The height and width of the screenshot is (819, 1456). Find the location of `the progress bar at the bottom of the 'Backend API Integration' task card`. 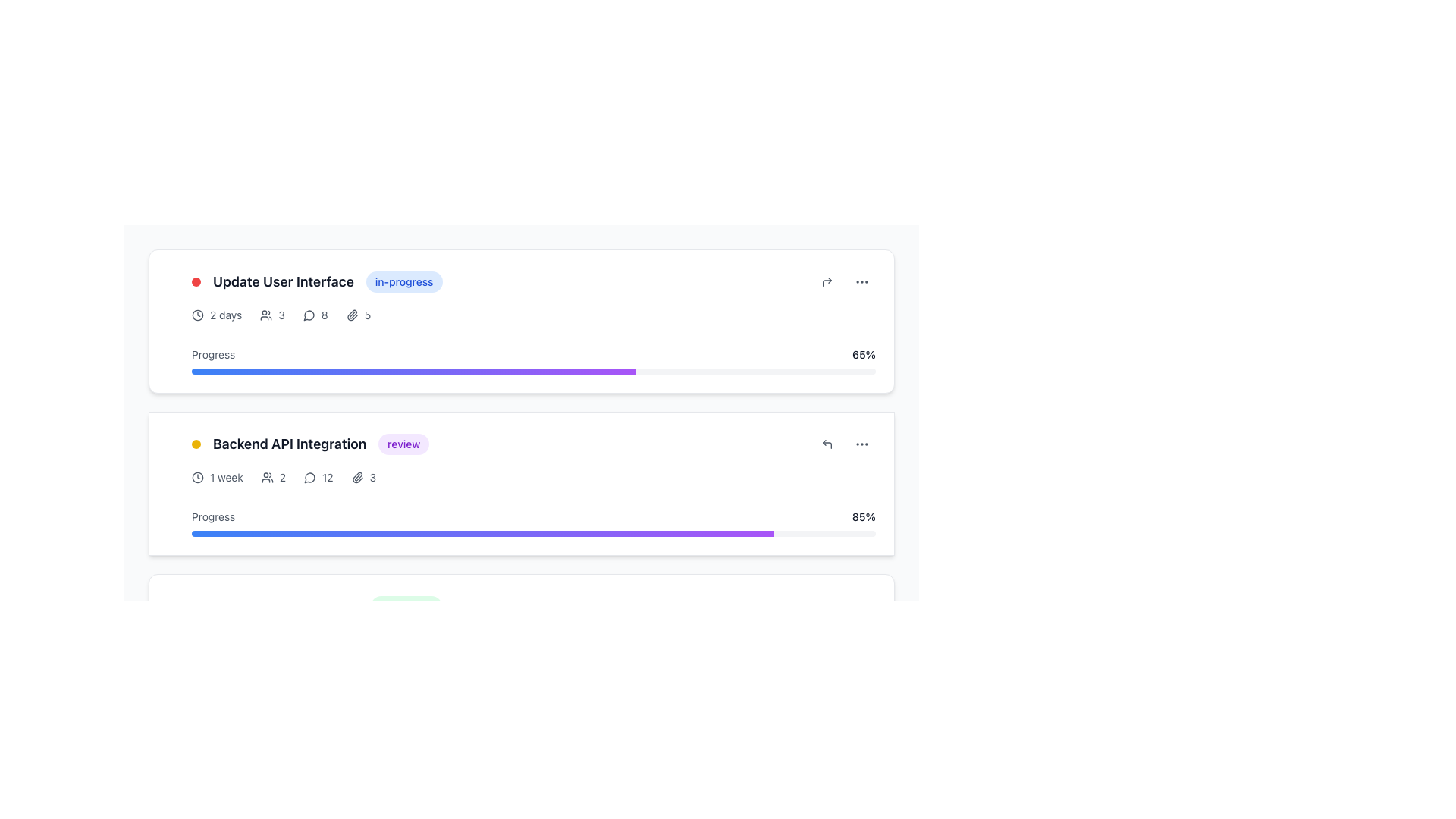

the progress bar at the bottom of the 'Backend API Integration' task card is located at coordinates (534, 516).